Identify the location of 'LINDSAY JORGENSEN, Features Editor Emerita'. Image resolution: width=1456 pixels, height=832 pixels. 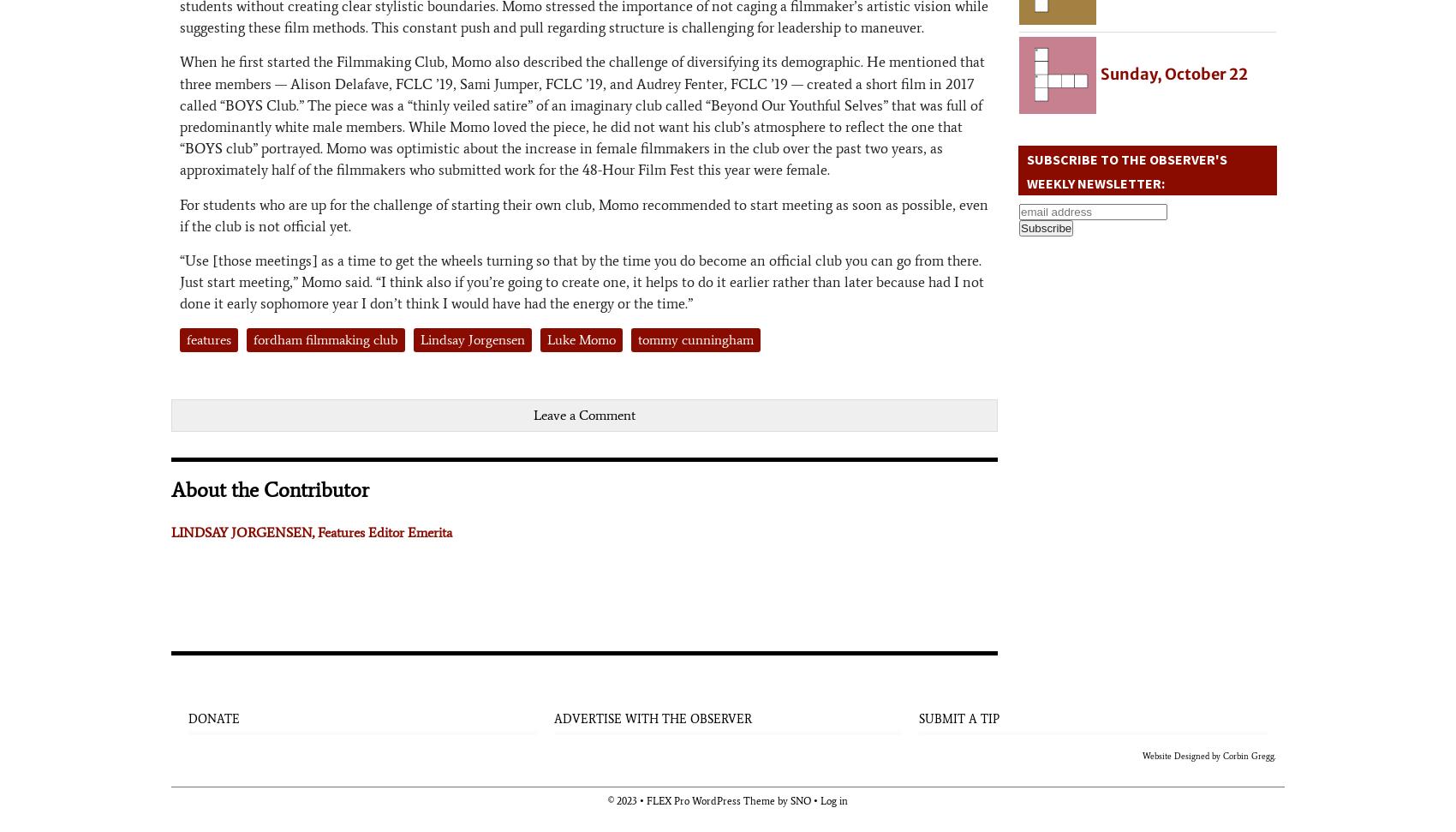
(310, 530).